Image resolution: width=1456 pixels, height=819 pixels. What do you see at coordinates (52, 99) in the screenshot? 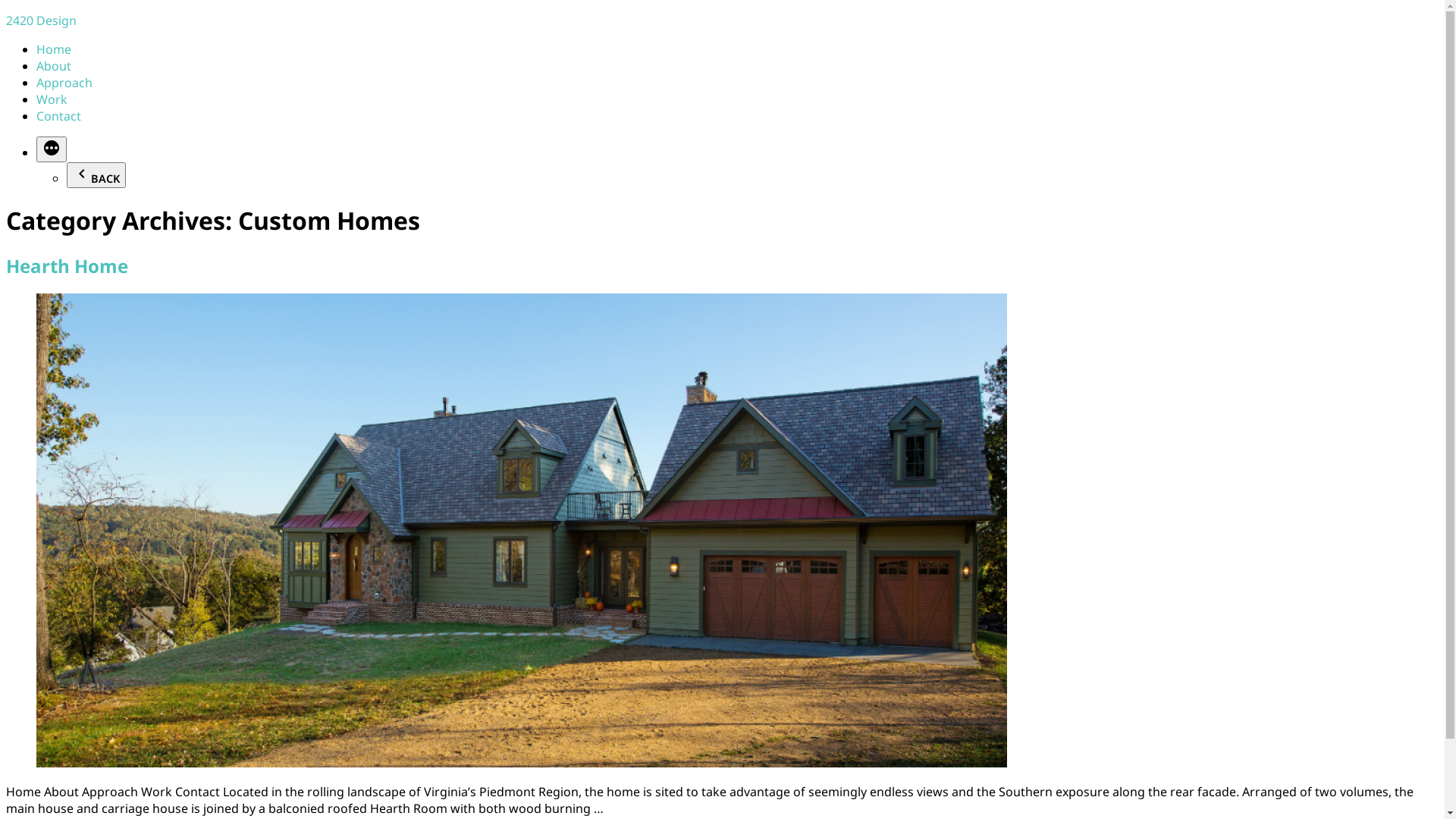
I see `'Work'` at bounding box center [52, 99].